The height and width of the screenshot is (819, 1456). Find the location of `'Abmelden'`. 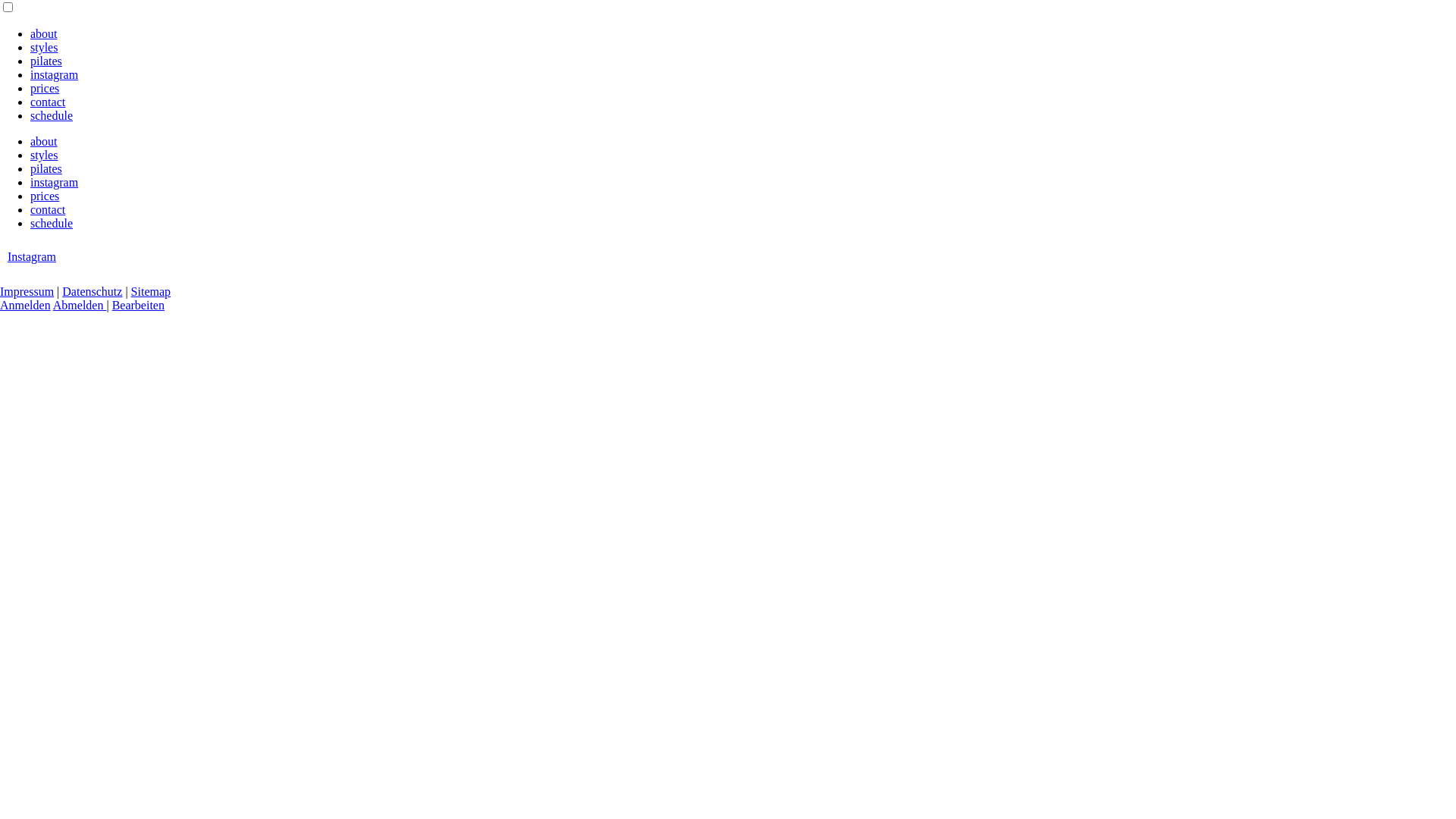

'Abmelden' is located at coordinates (79, 305).